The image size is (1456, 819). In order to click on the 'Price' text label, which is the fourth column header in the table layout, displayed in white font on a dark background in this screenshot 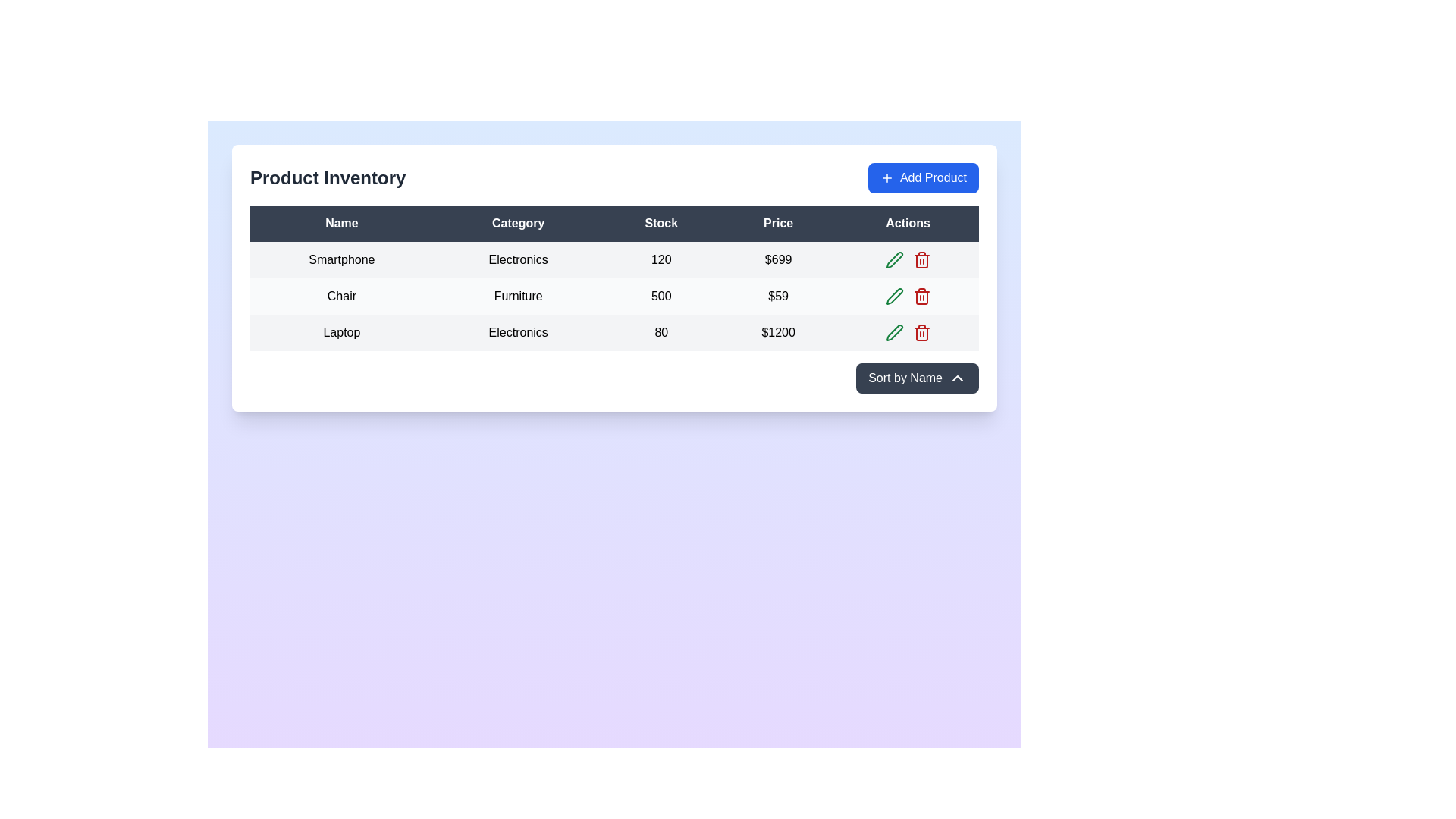, I will do `click(778, 223)`.